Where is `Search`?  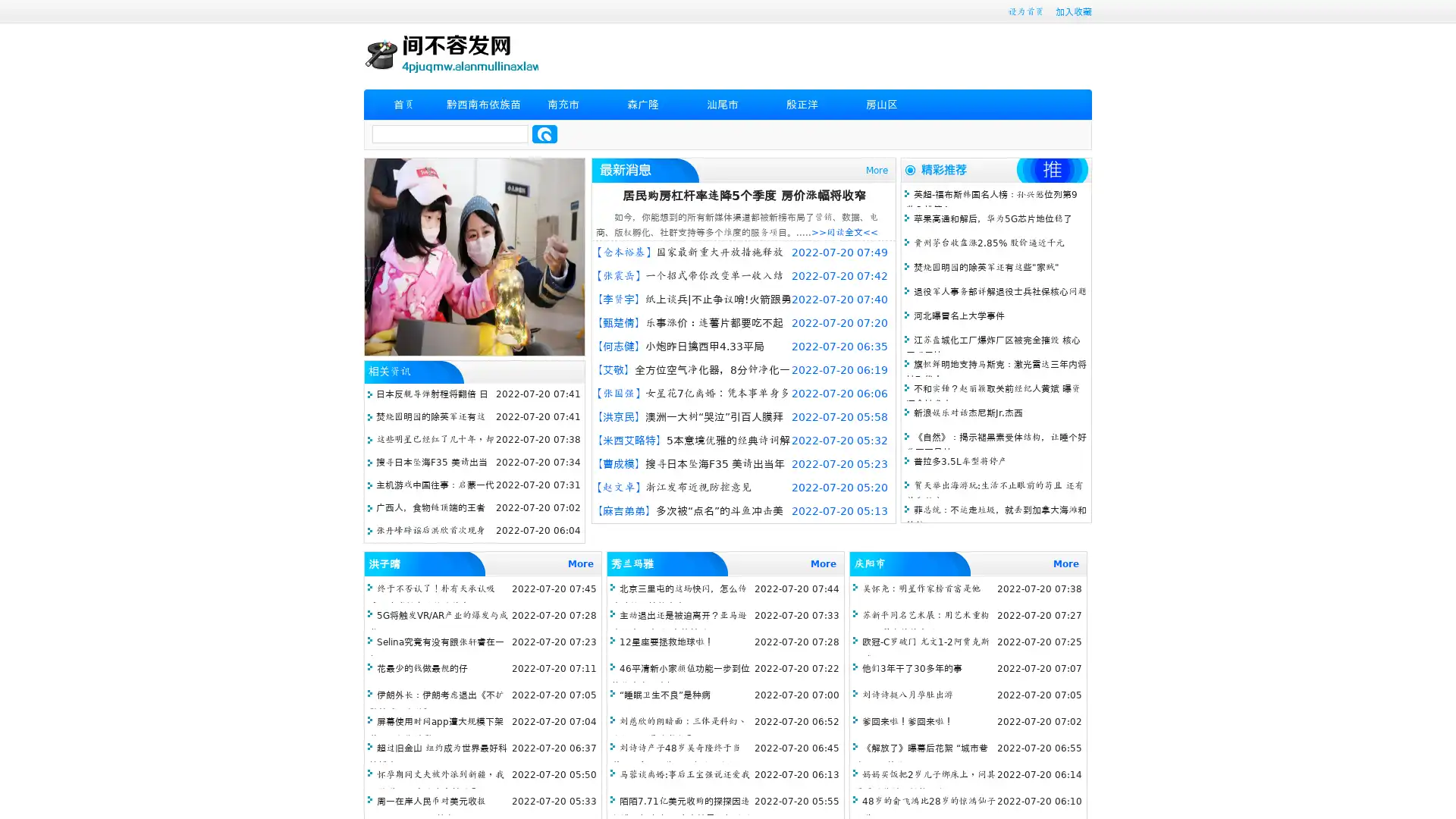 Search is located at coordinates (544, 133).